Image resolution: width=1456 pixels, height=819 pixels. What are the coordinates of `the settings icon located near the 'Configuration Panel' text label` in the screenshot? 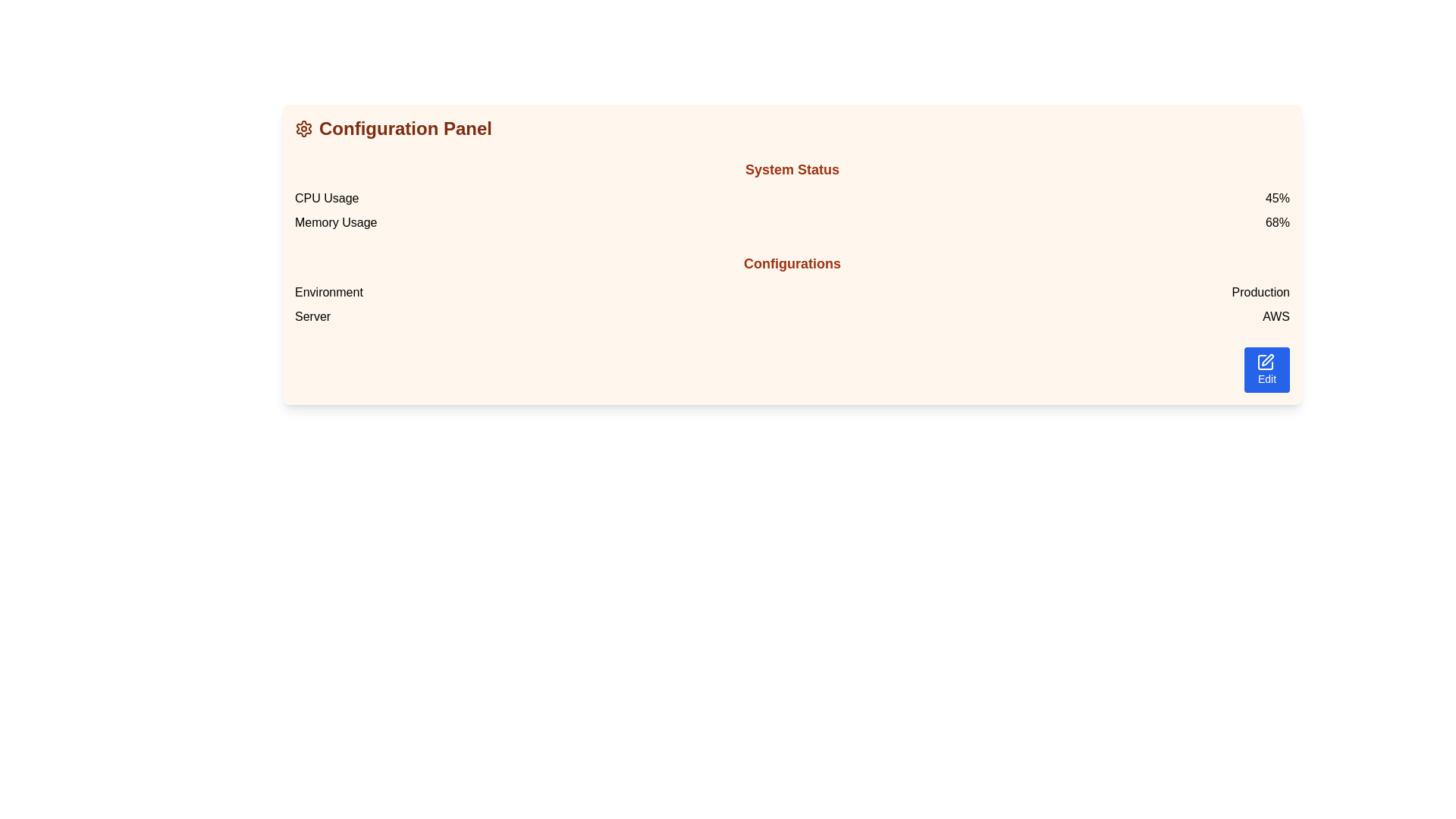 It's located at (303, 127).